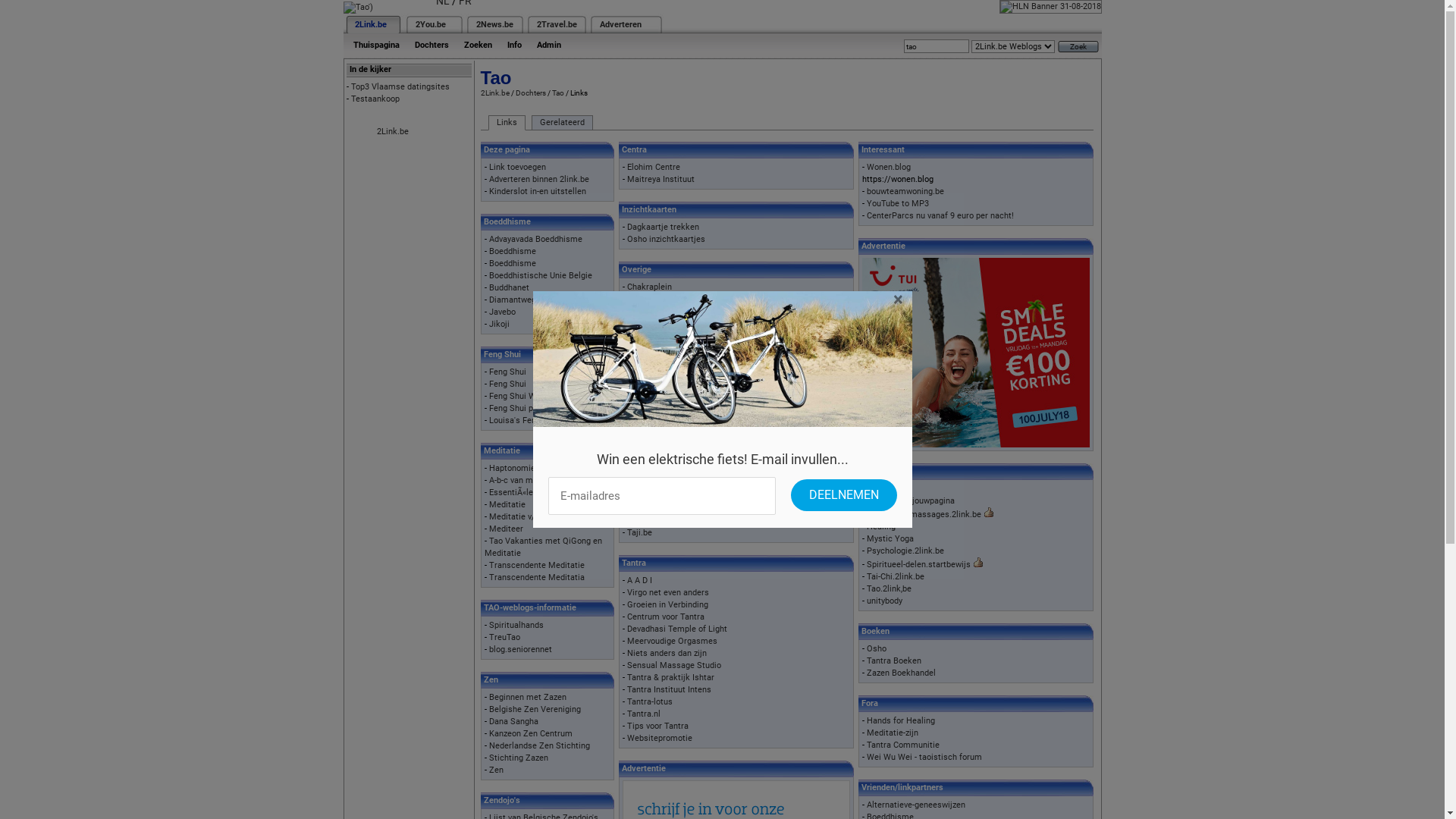  Describe the element at coordinates (626, 652) in the screenshot. I see `'Niets anders dan zijn'` at that location.